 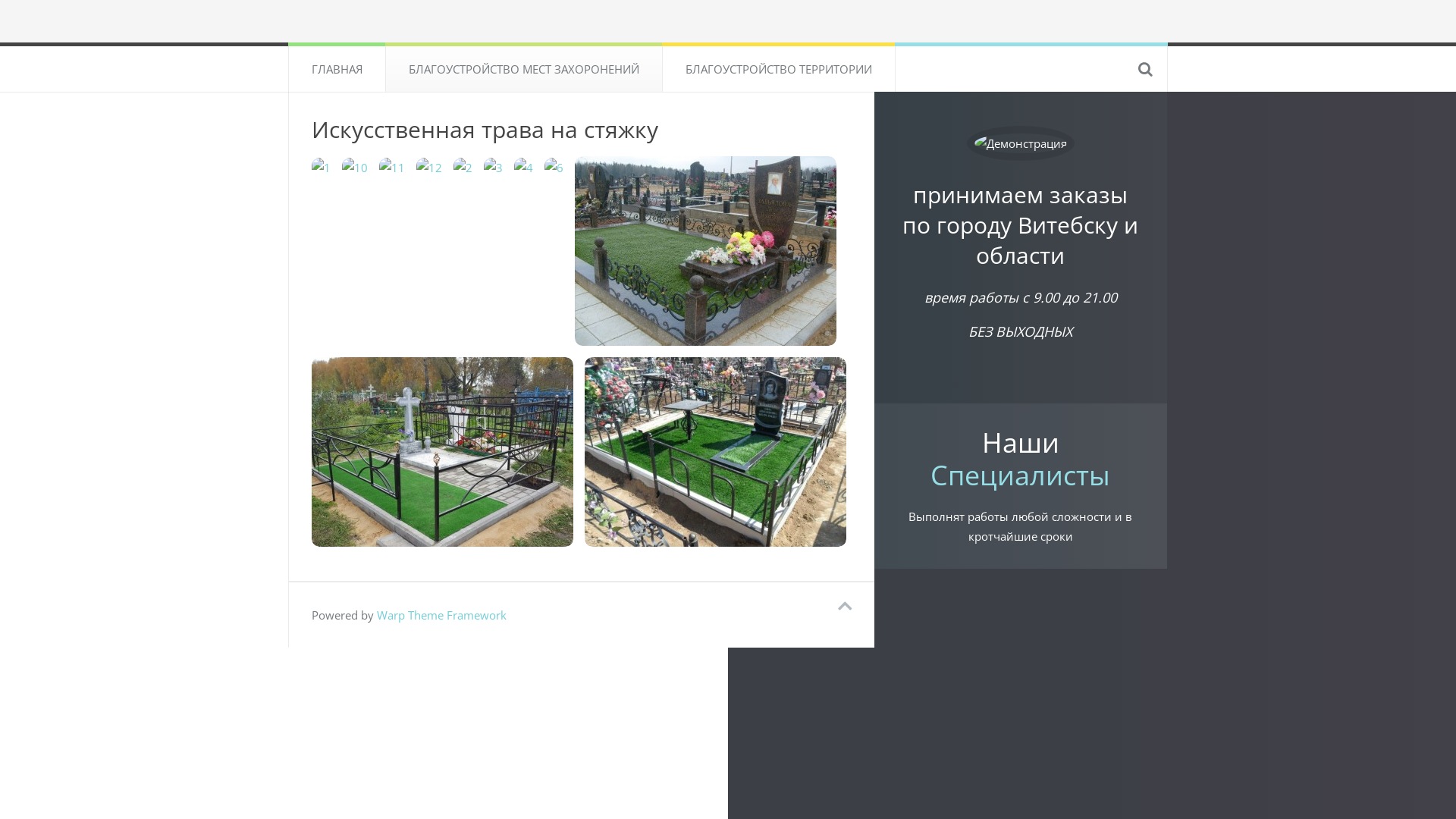 What do you see at coordinates (441, 614) in the screenshot?
I see `'Warp Theme Framework'` at bounding box center [441, 614].